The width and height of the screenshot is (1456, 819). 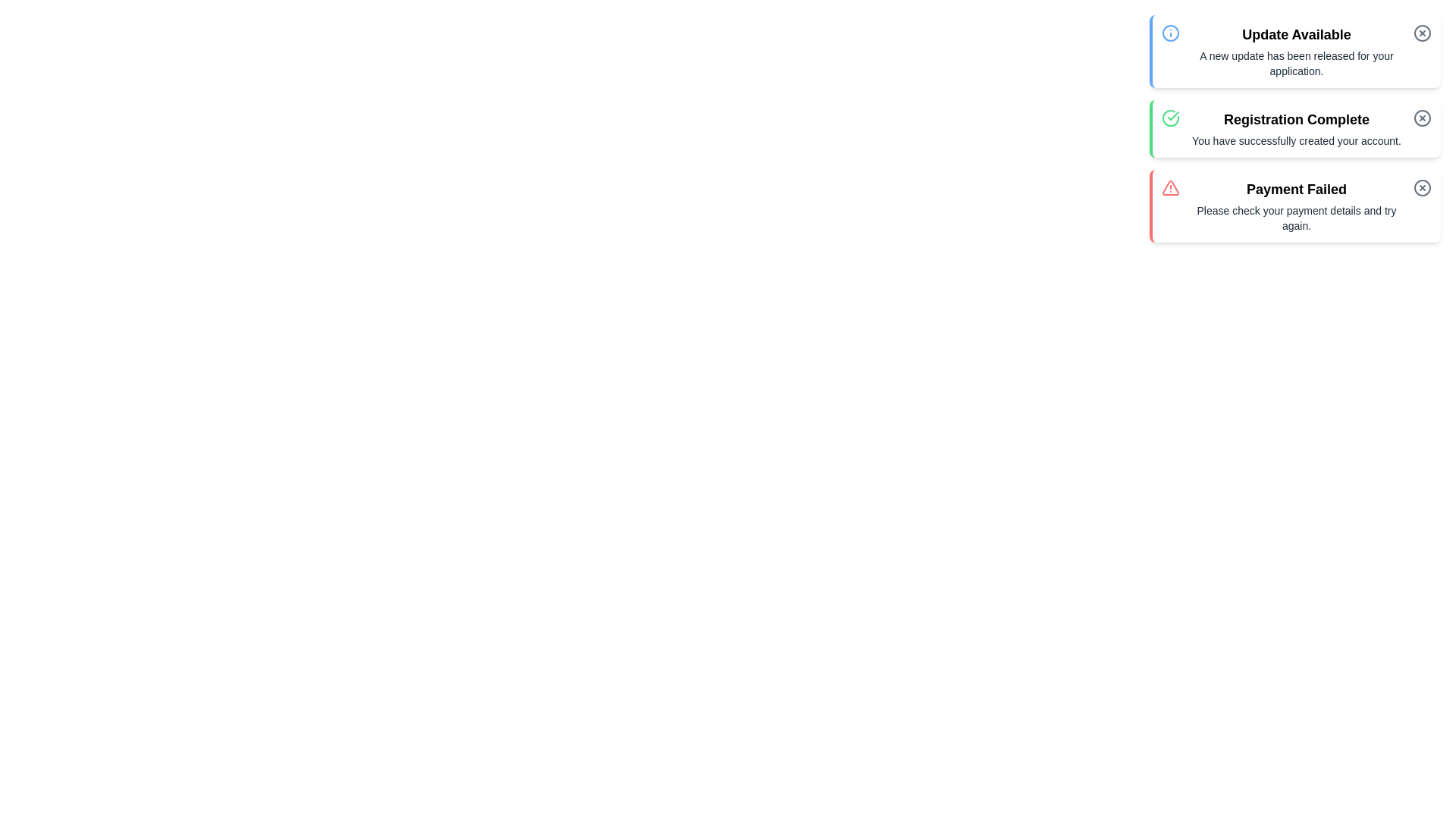 I want to click on the warning icon located to the left of the 'Payment Failed' notification message, so click(x=1170, y=187).